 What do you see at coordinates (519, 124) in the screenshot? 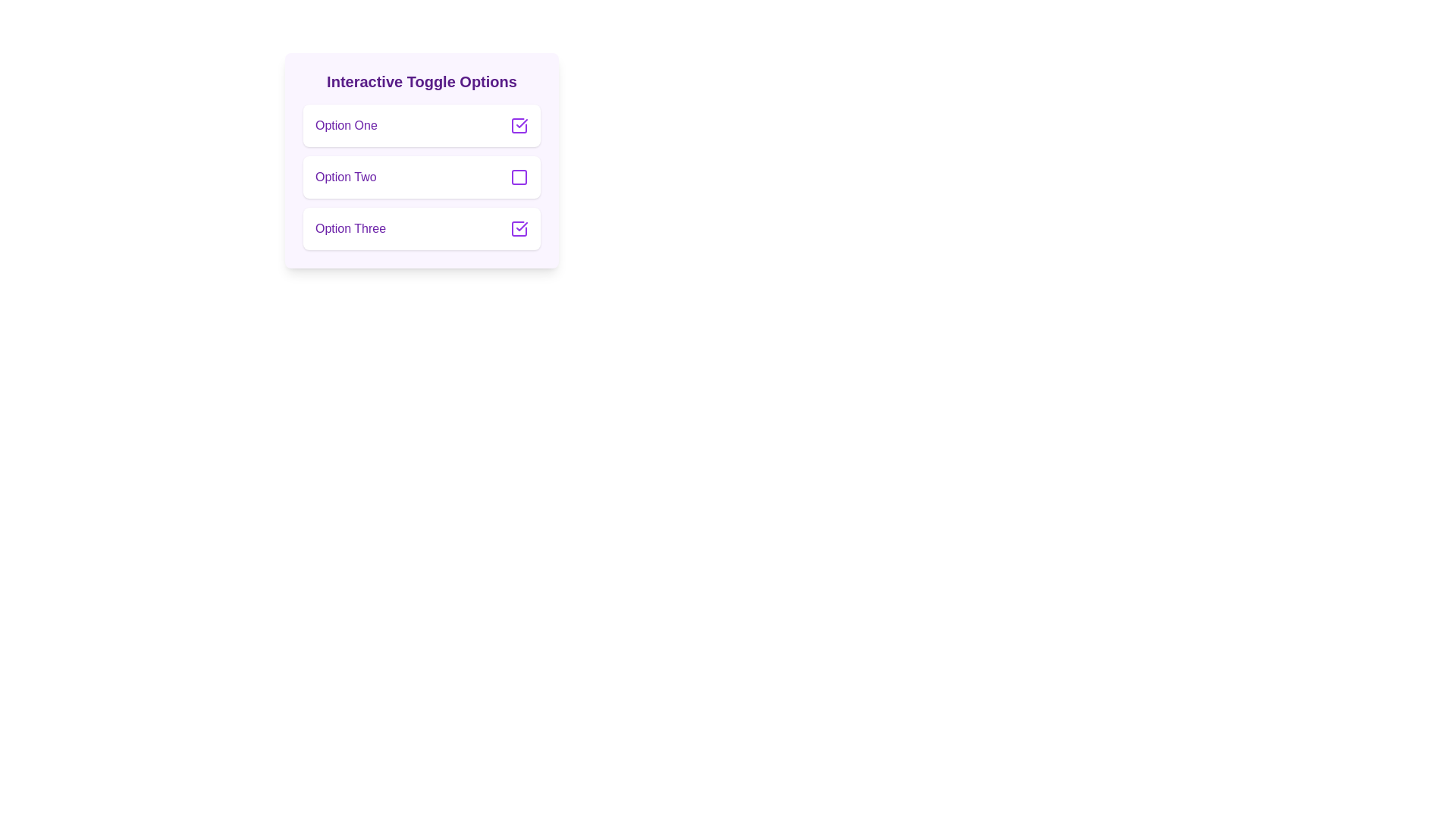
I see `the checkbox with a checkmark inside the rounded box, located to the right of 'Option One' in the top row of options` at bounding box center [519, 124].